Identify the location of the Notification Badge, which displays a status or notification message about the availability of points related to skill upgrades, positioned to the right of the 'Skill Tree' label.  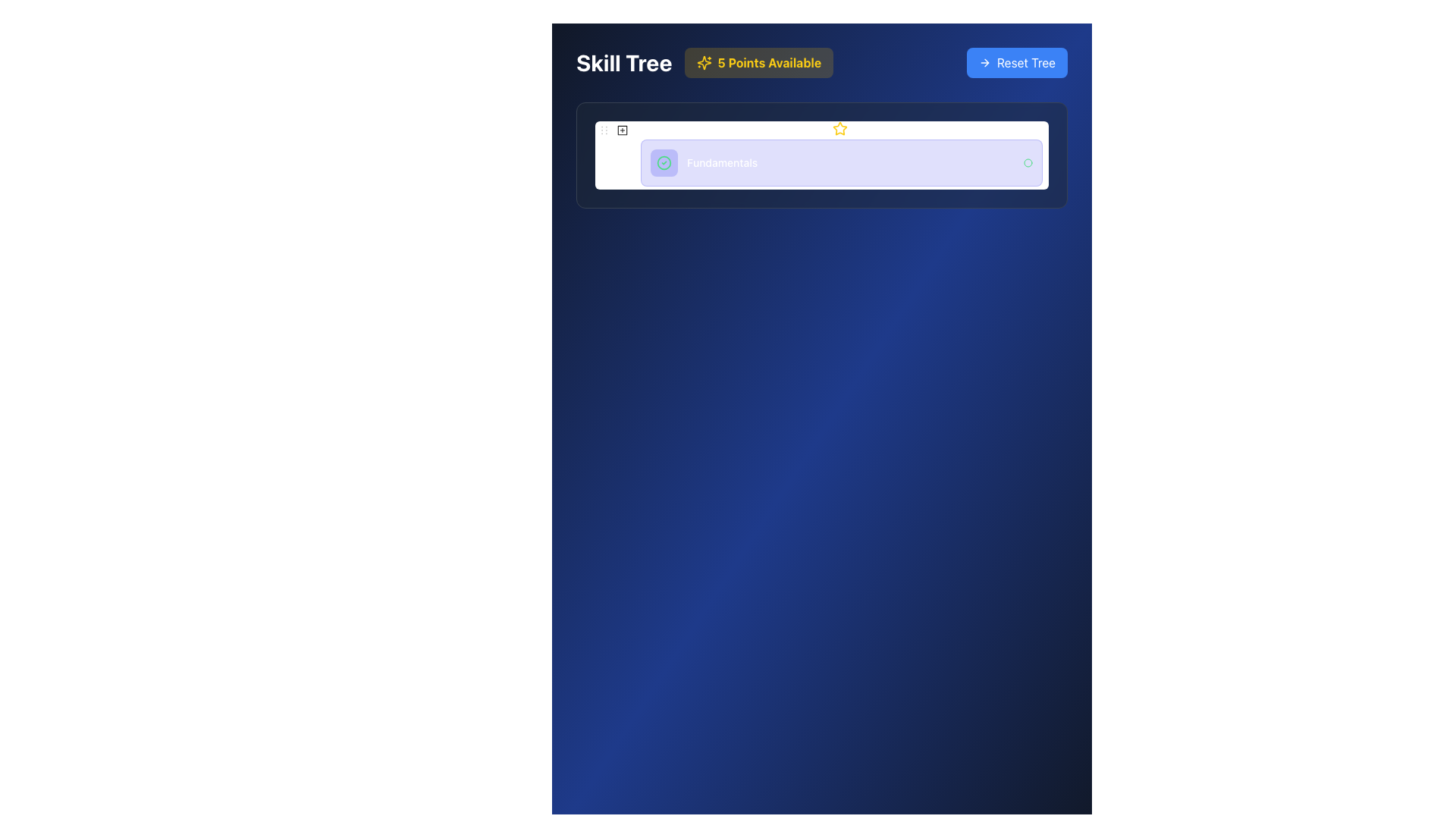
(758, 62).